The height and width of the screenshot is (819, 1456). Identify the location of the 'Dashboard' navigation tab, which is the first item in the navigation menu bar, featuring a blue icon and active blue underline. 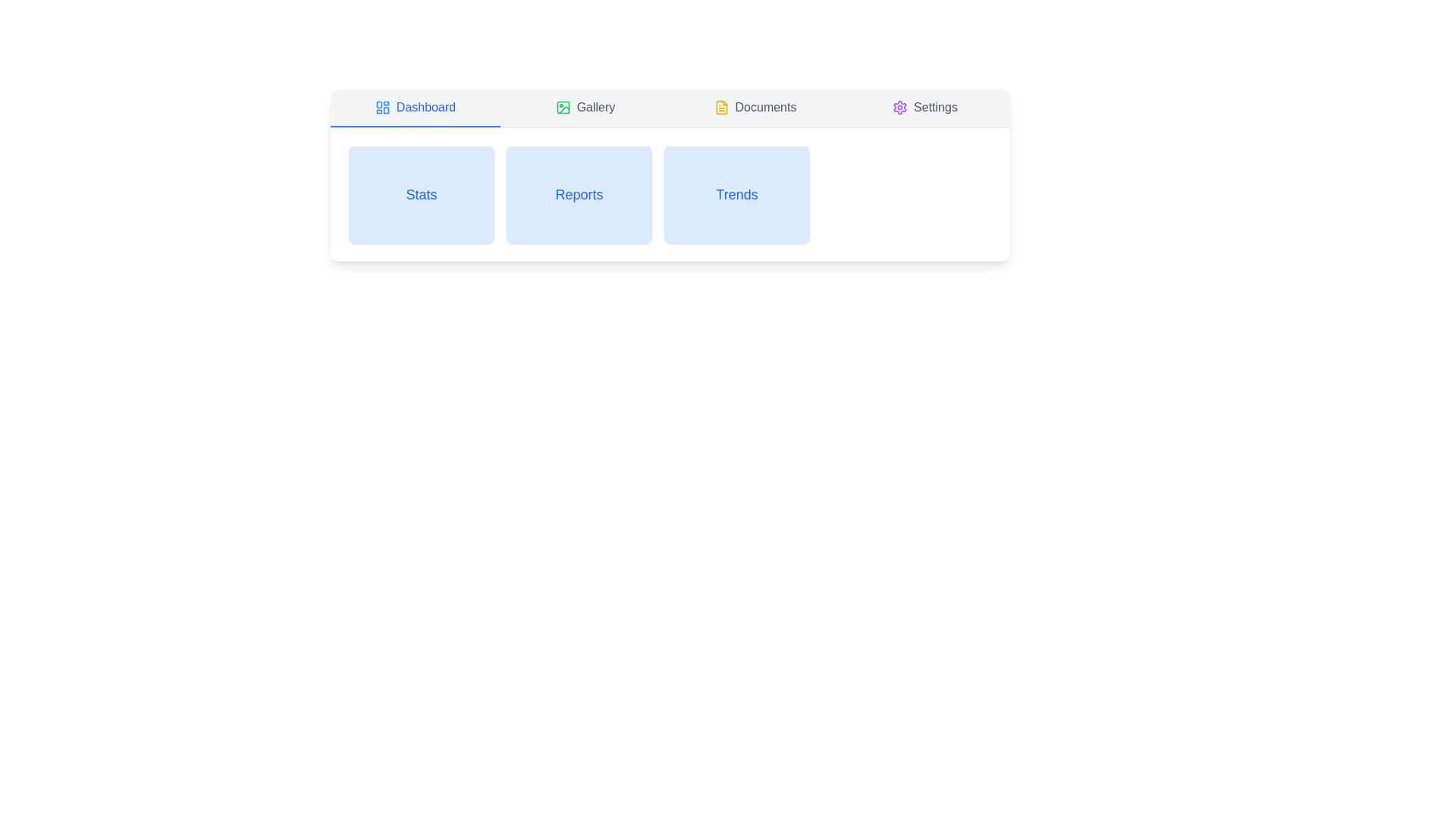
(415, 107).